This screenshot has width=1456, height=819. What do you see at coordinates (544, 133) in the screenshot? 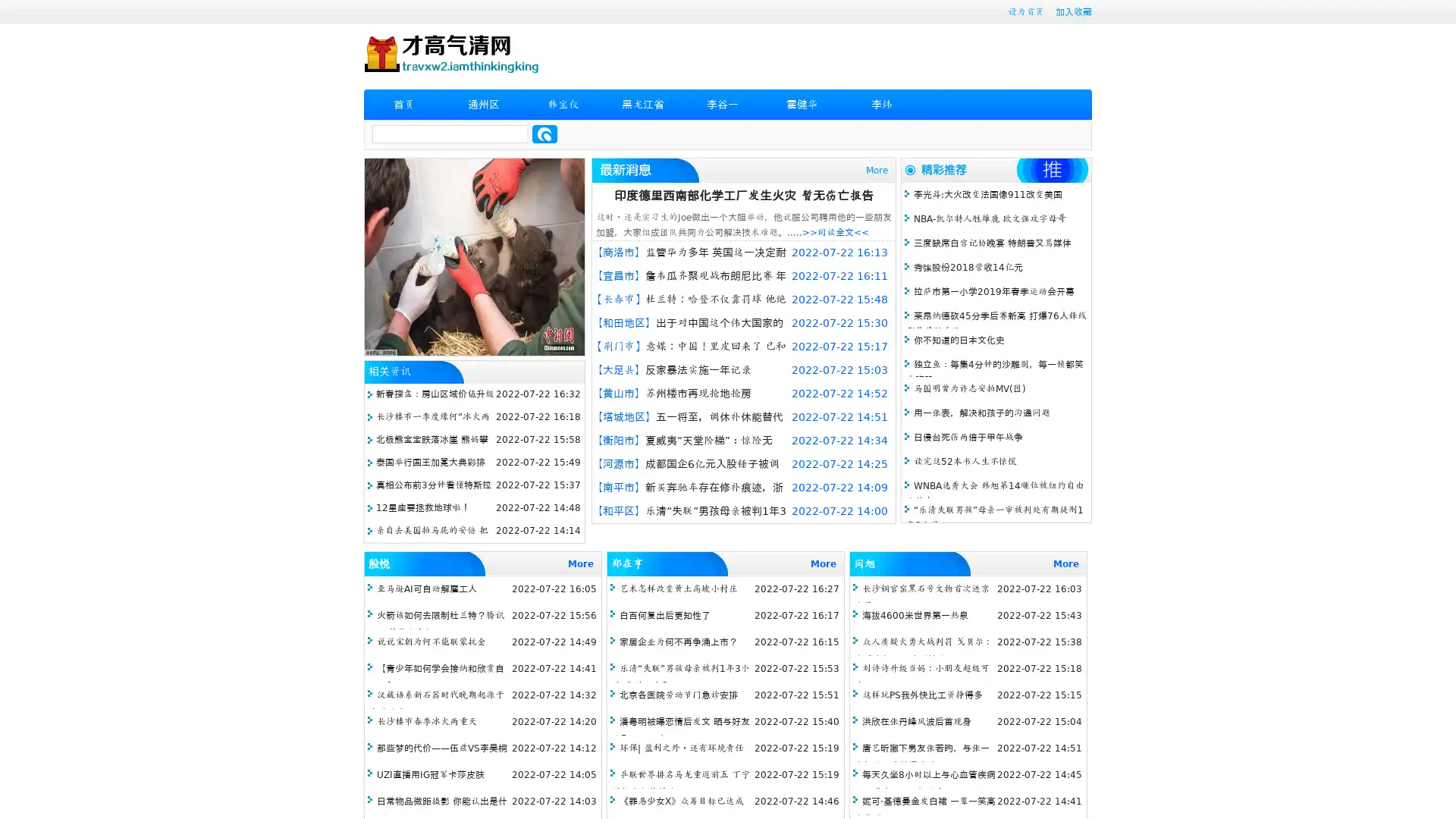
I see `Search` at bounding box center [544, 133].